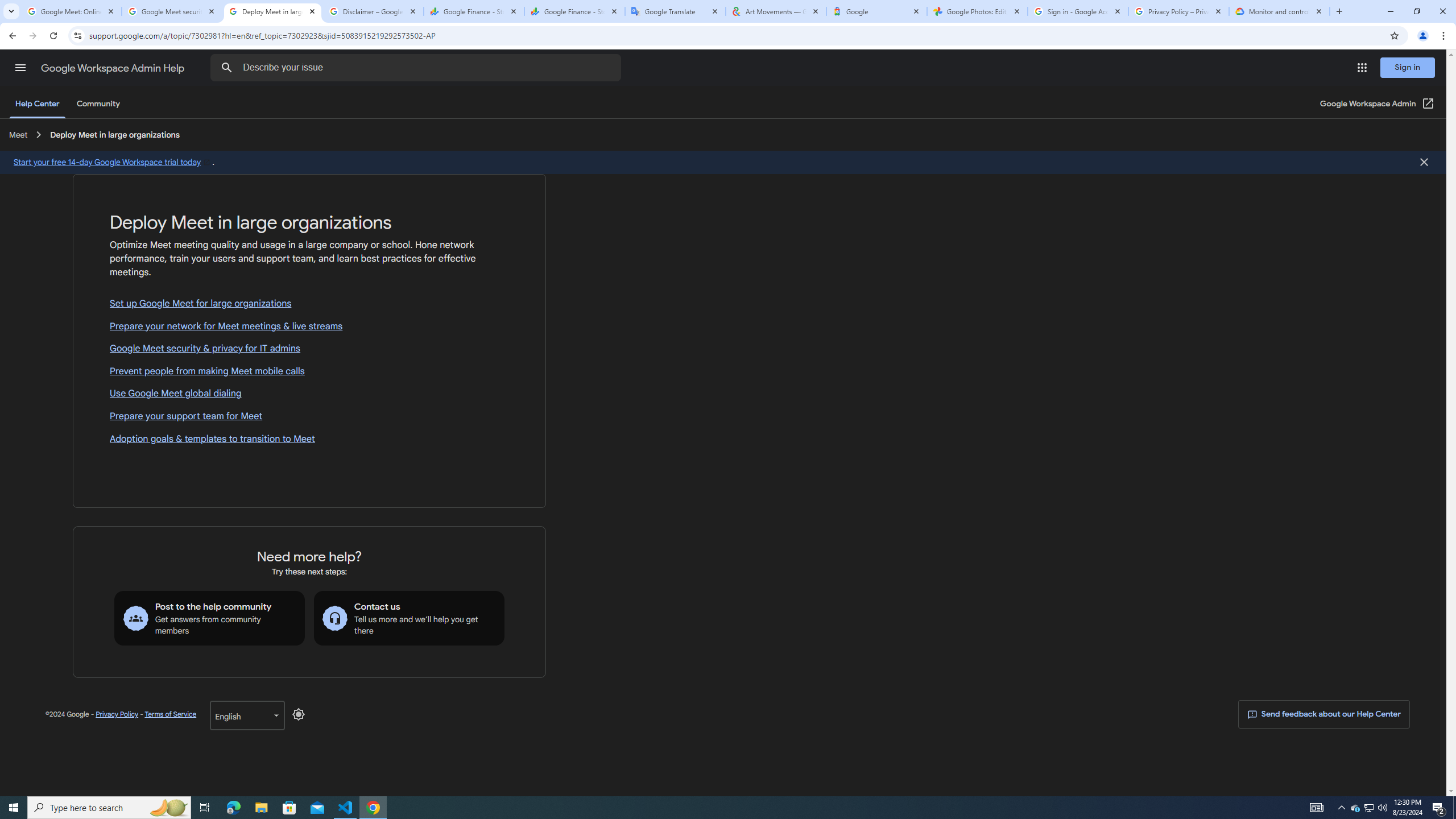 The width and height of the screenshot is (1456, 819). What do you see at coordinates (299, 714) in the screenshot?
I see `'Disable Dark Mode'` at bounding box center [299, 714].